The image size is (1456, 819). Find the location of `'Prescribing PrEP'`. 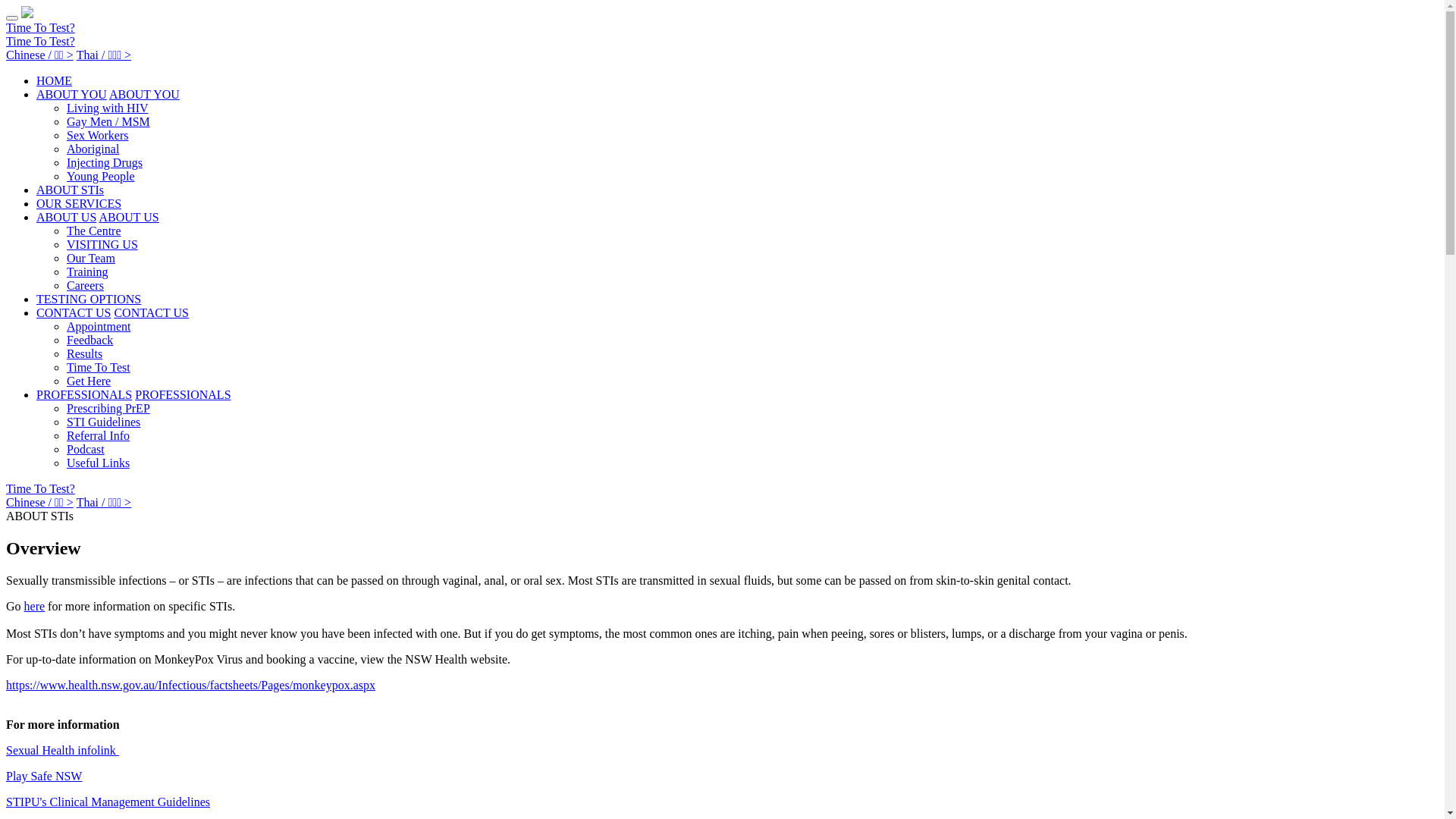

'Prescribing PrEP' is located at coordinates (108, 407).